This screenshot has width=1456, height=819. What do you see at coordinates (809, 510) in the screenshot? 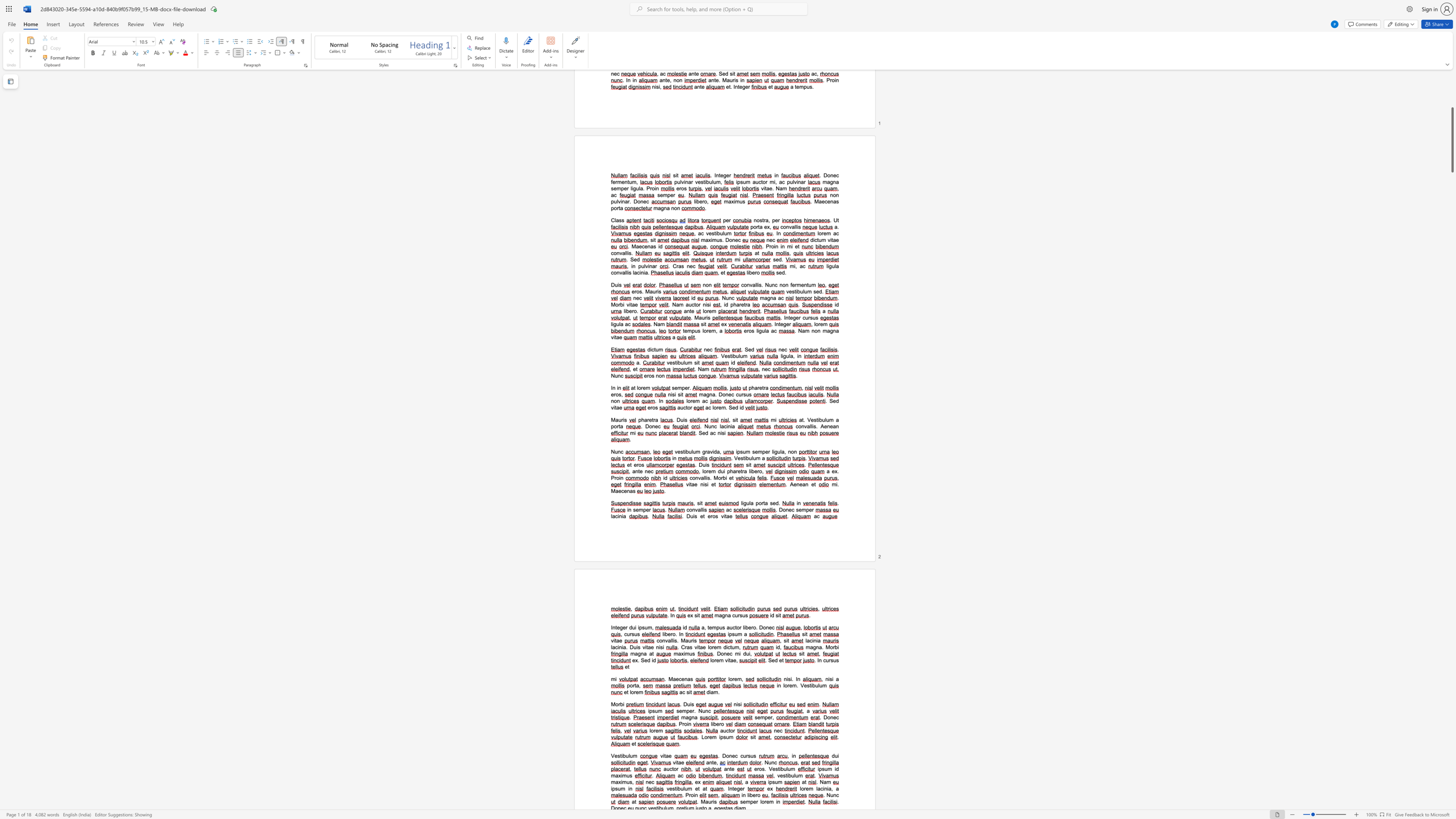
I see `the space between the continuous character "p" and "e" in the text` at bounding box center [809, 510].